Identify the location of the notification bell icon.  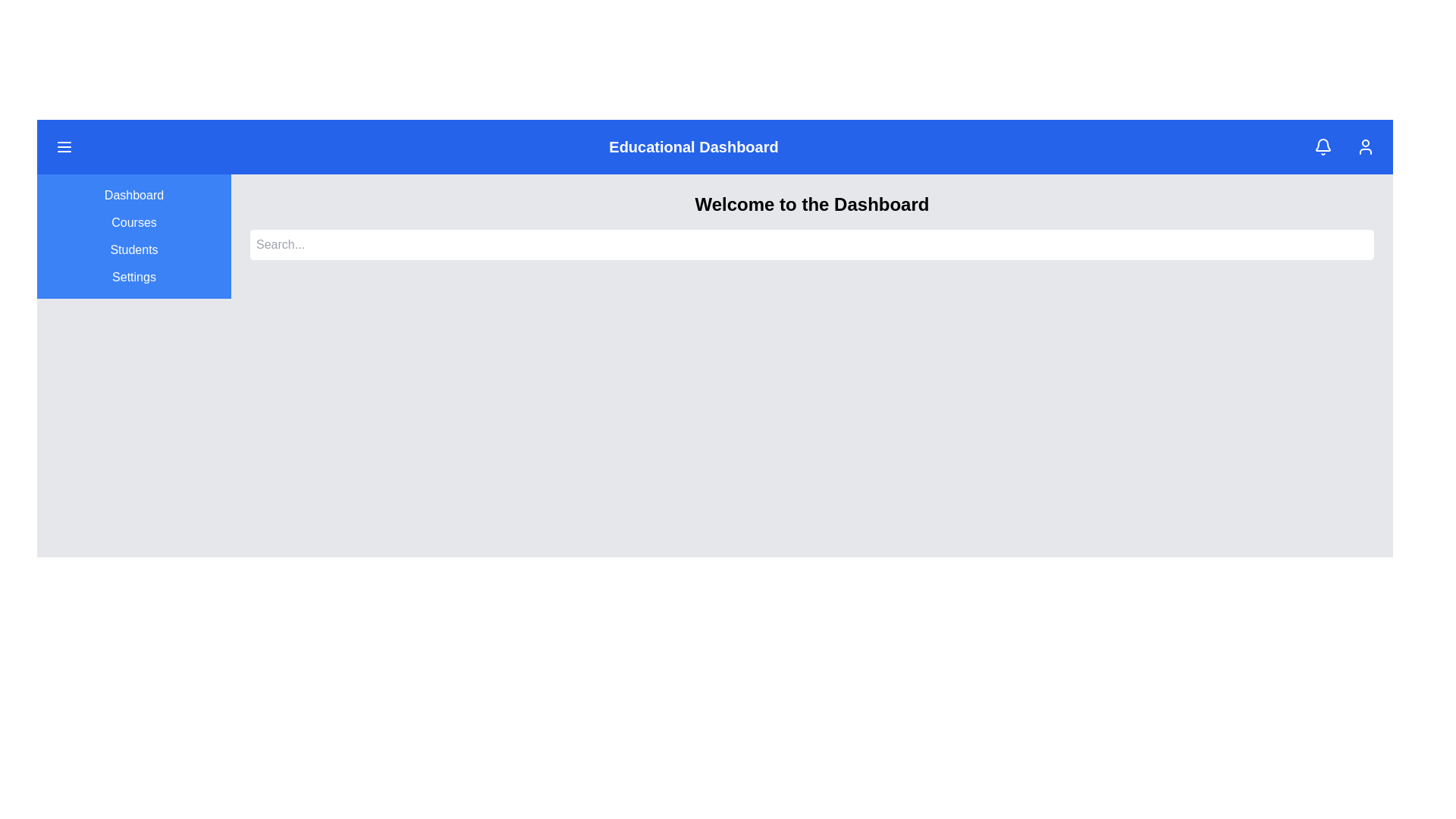
(1323, 146).